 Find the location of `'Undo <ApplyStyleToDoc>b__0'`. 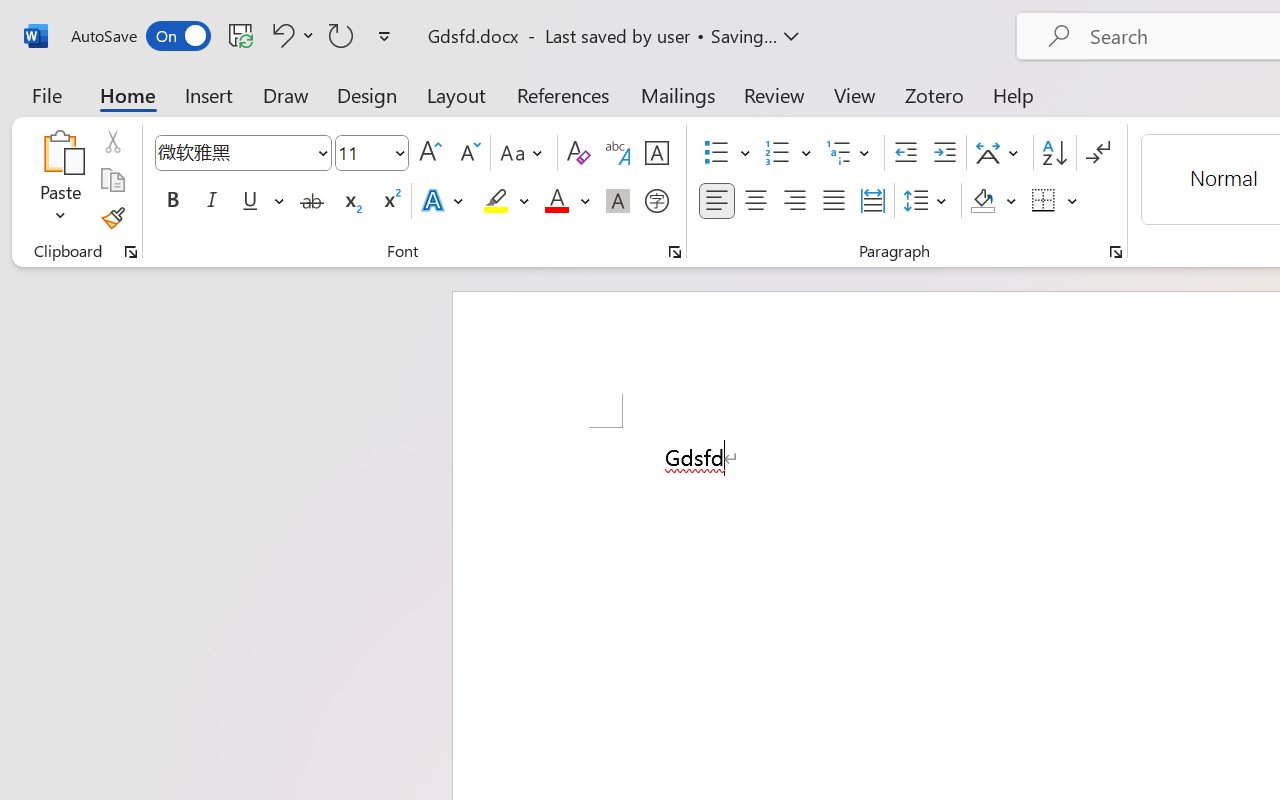

'Undo <ApplyStyleToDoc>b__0' is located at coordinates (289, 34).